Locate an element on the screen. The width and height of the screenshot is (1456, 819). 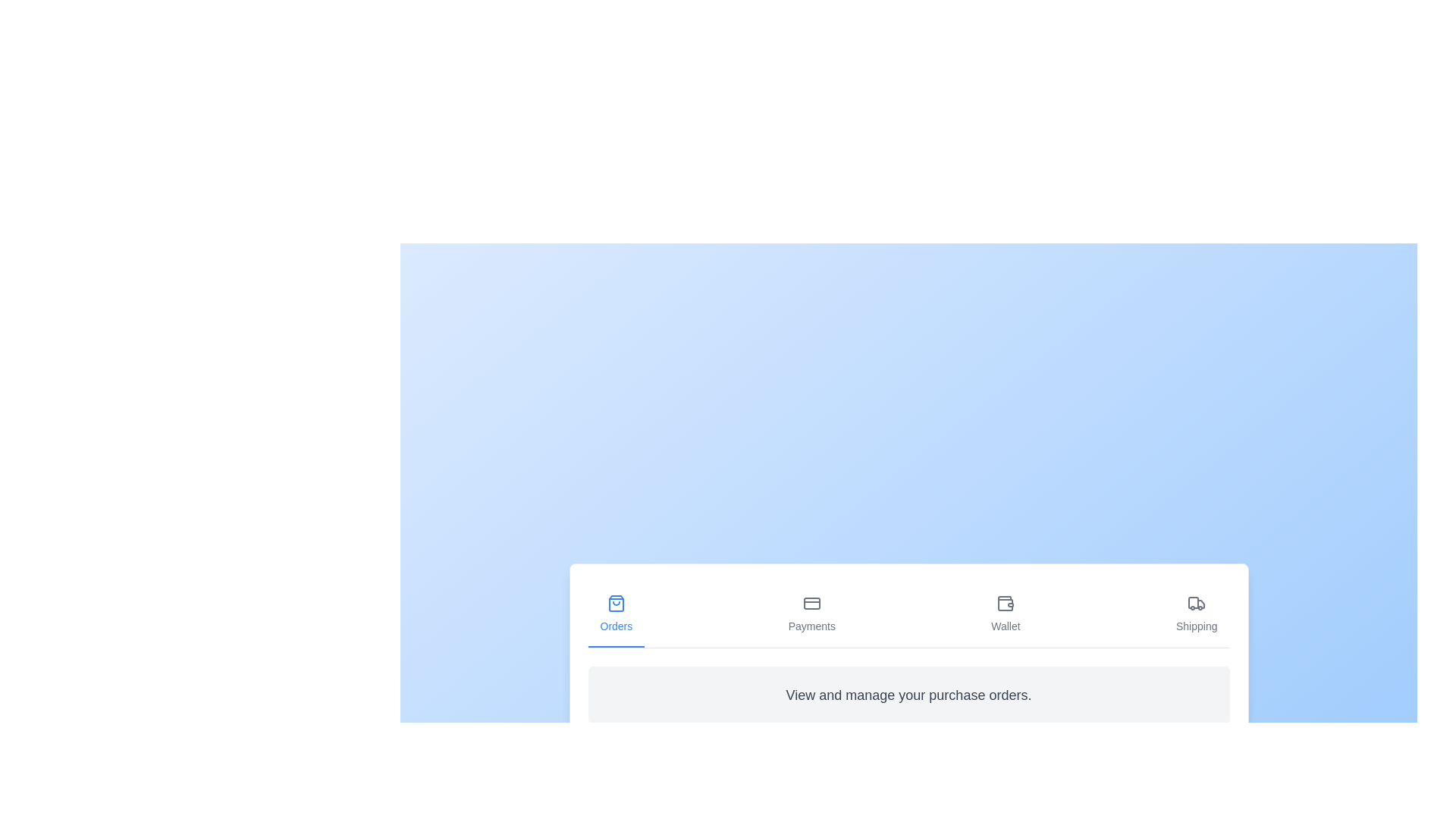
the truck icon in the 'Shipping' tab section of the top navigation bar, which is styled with a gray outline and represents shipping is located at coordinates (1196, 602).